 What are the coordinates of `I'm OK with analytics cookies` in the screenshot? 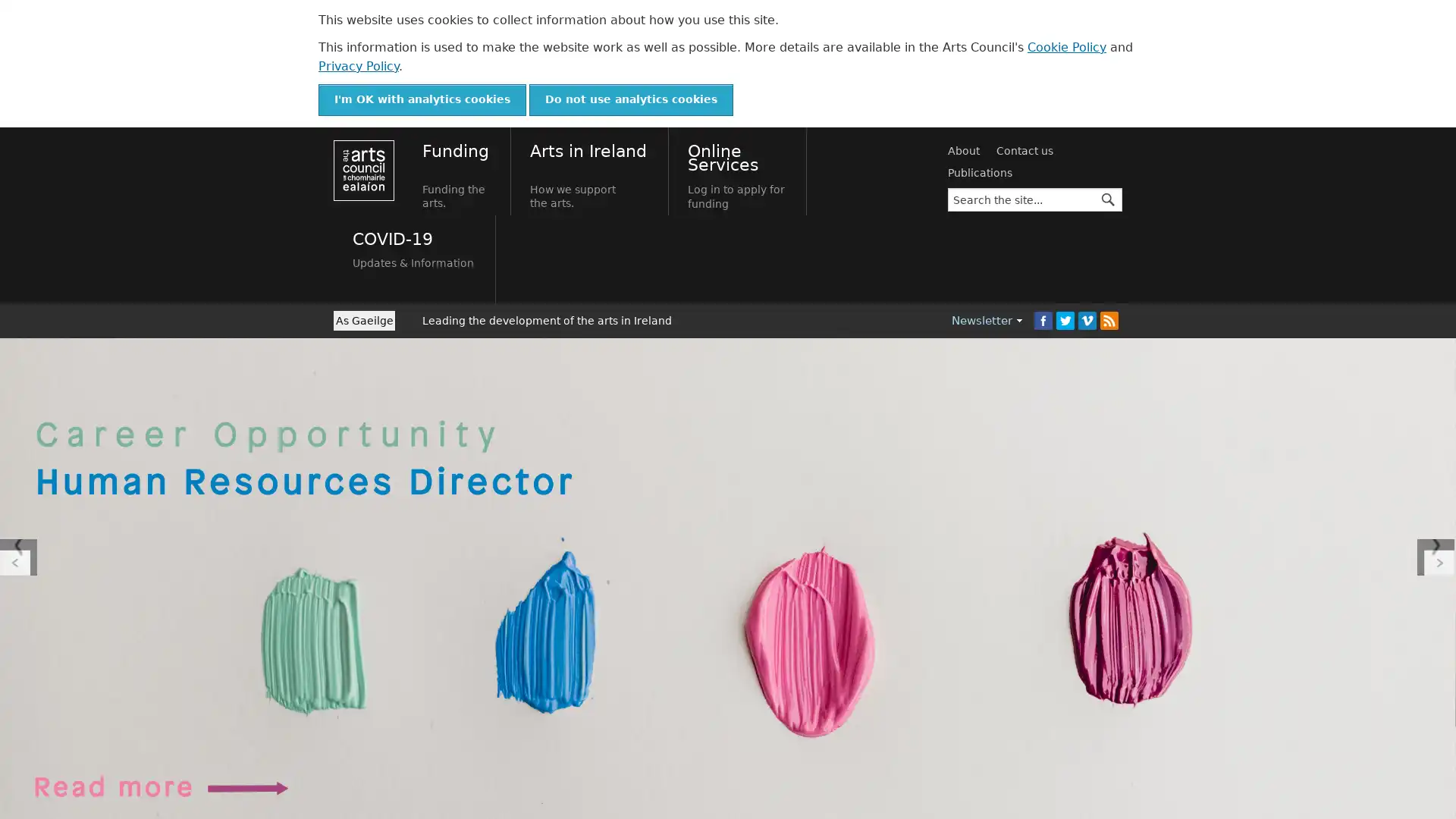 It's located at (422, 99).